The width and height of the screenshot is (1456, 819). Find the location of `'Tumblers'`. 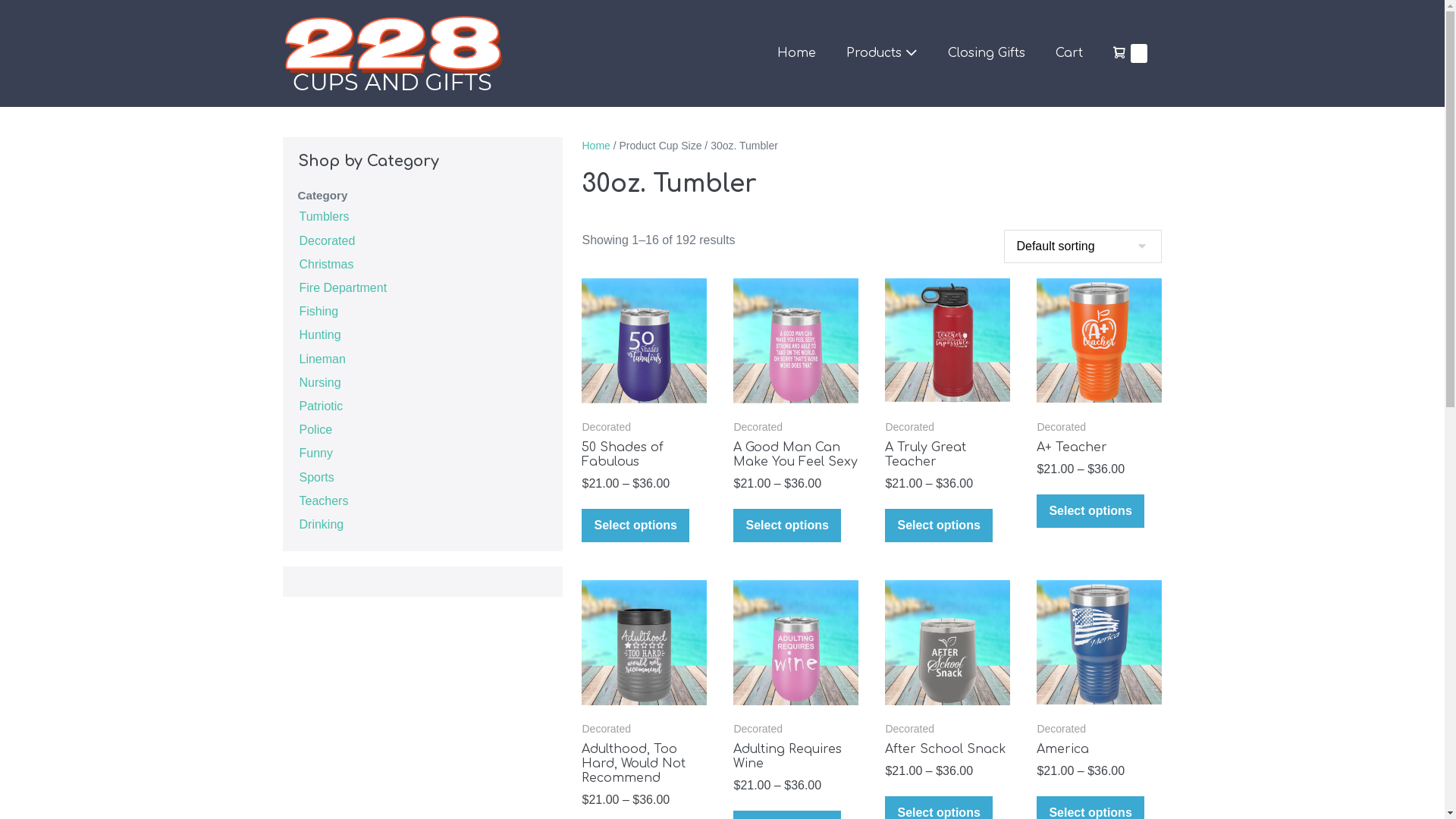

'Tumblers' is located at coordinates (323, 215).